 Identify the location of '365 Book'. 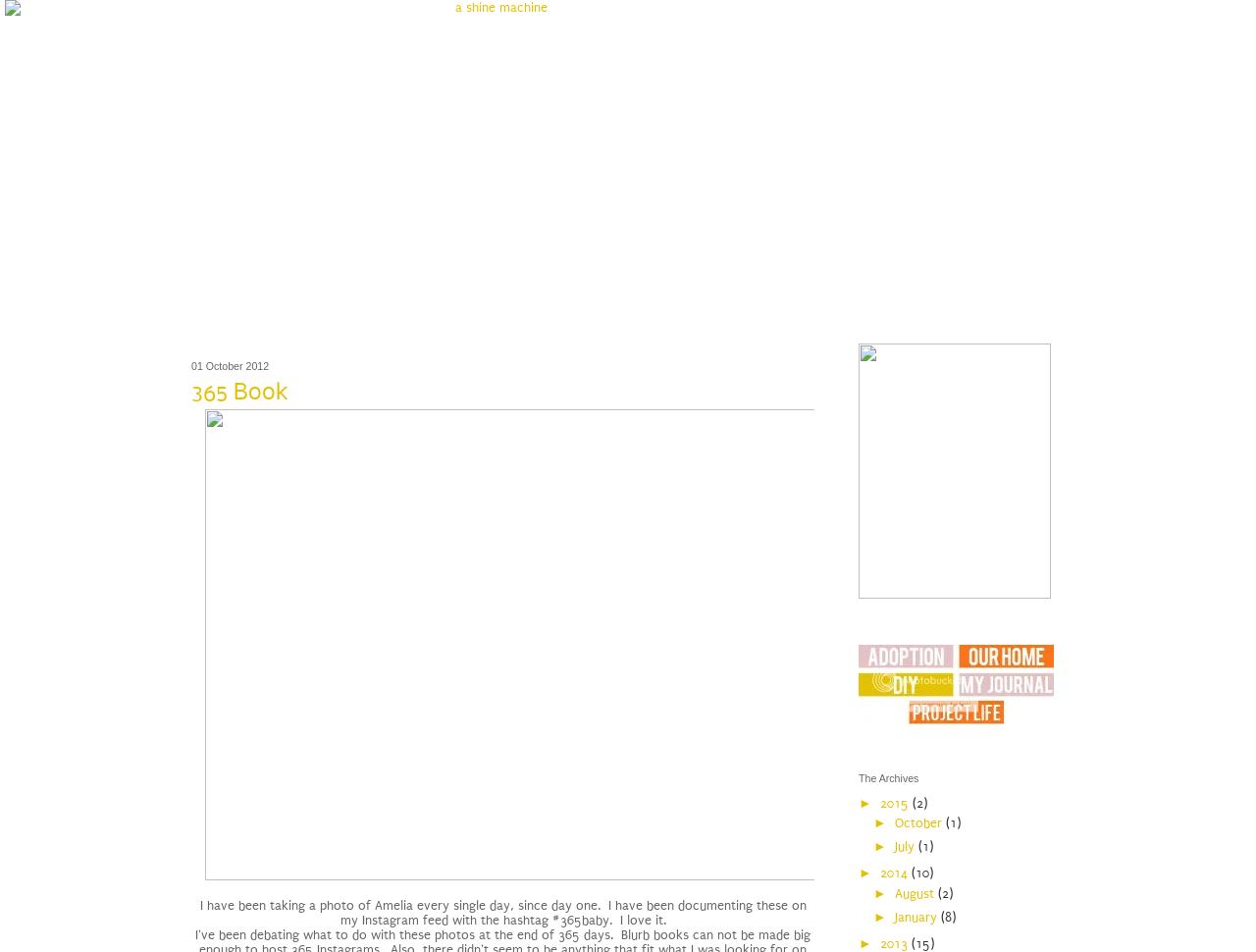
(238, 392).